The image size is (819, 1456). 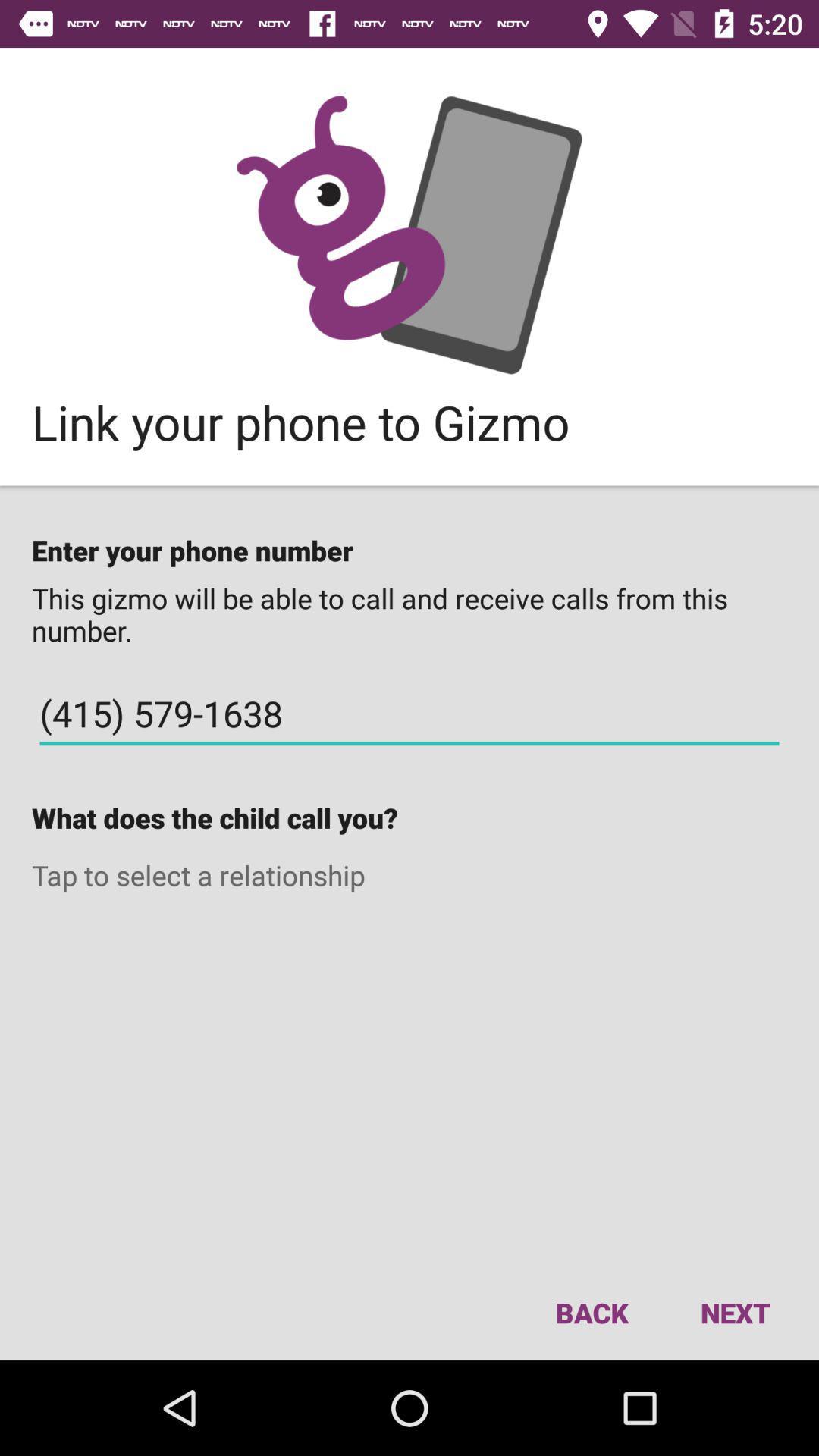 I want to click on the icon below the tap to select, so click(x=734, y=1312).